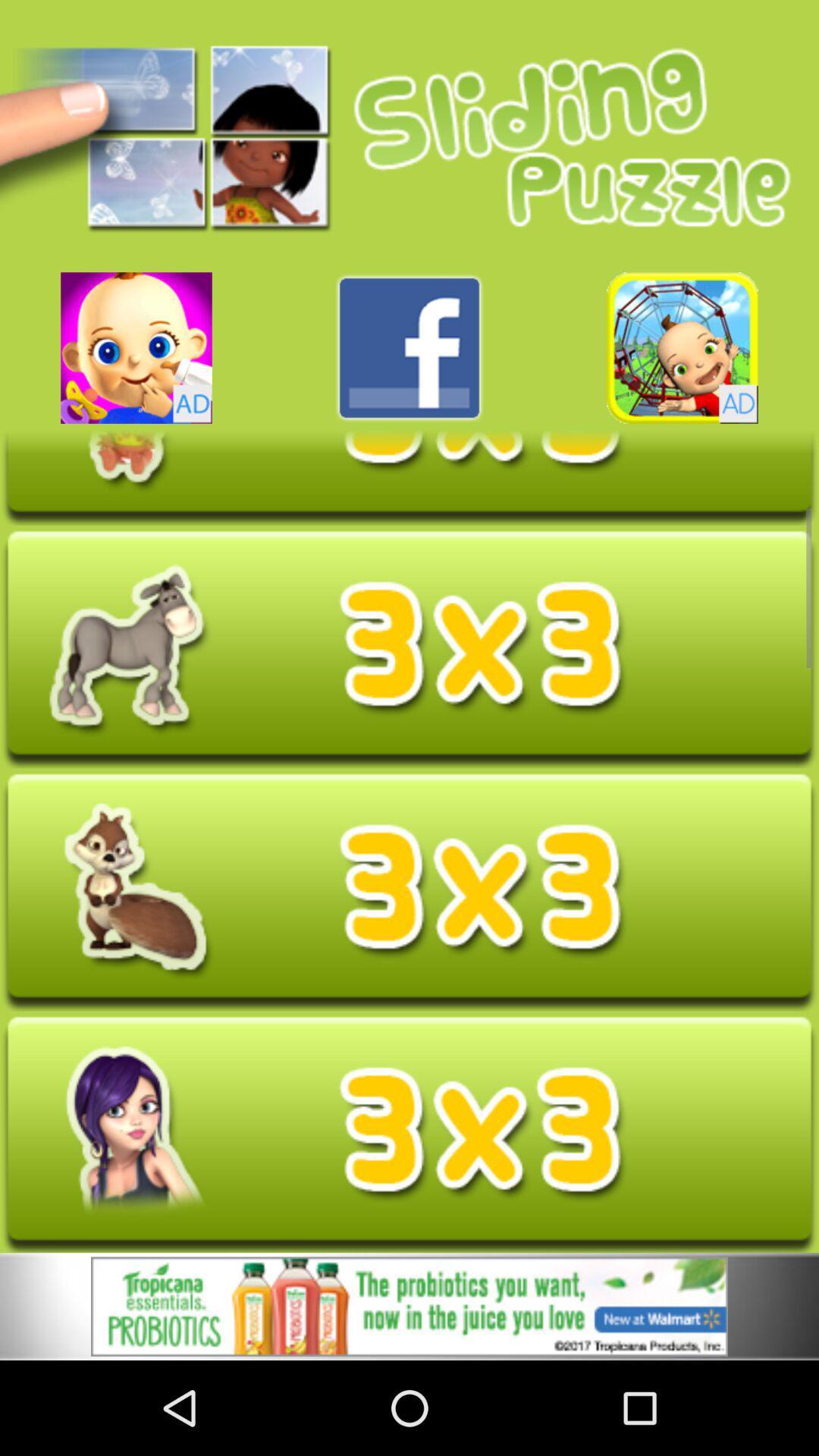  I want to click on advert, so click(681, 347).